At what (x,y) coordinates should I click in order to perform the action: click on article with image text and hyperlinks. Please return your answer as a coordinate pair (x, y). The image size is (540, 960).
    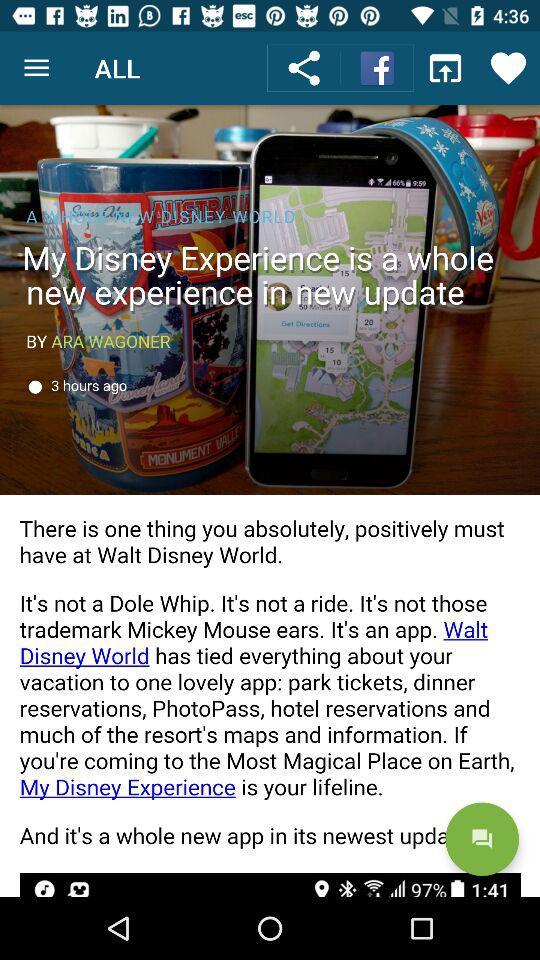
    Looking at the image, I should click on (270, 500).